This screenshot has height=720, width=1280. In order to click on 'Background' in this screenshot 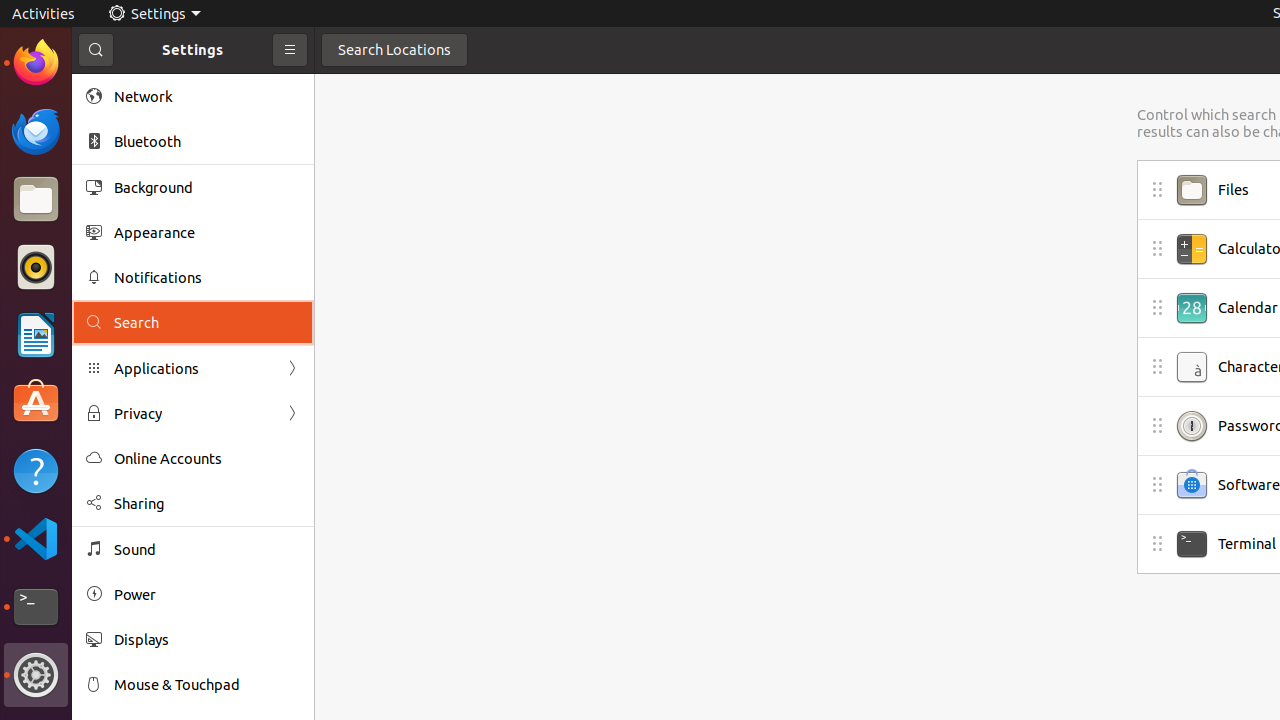, I will do `click(206, 187)`.